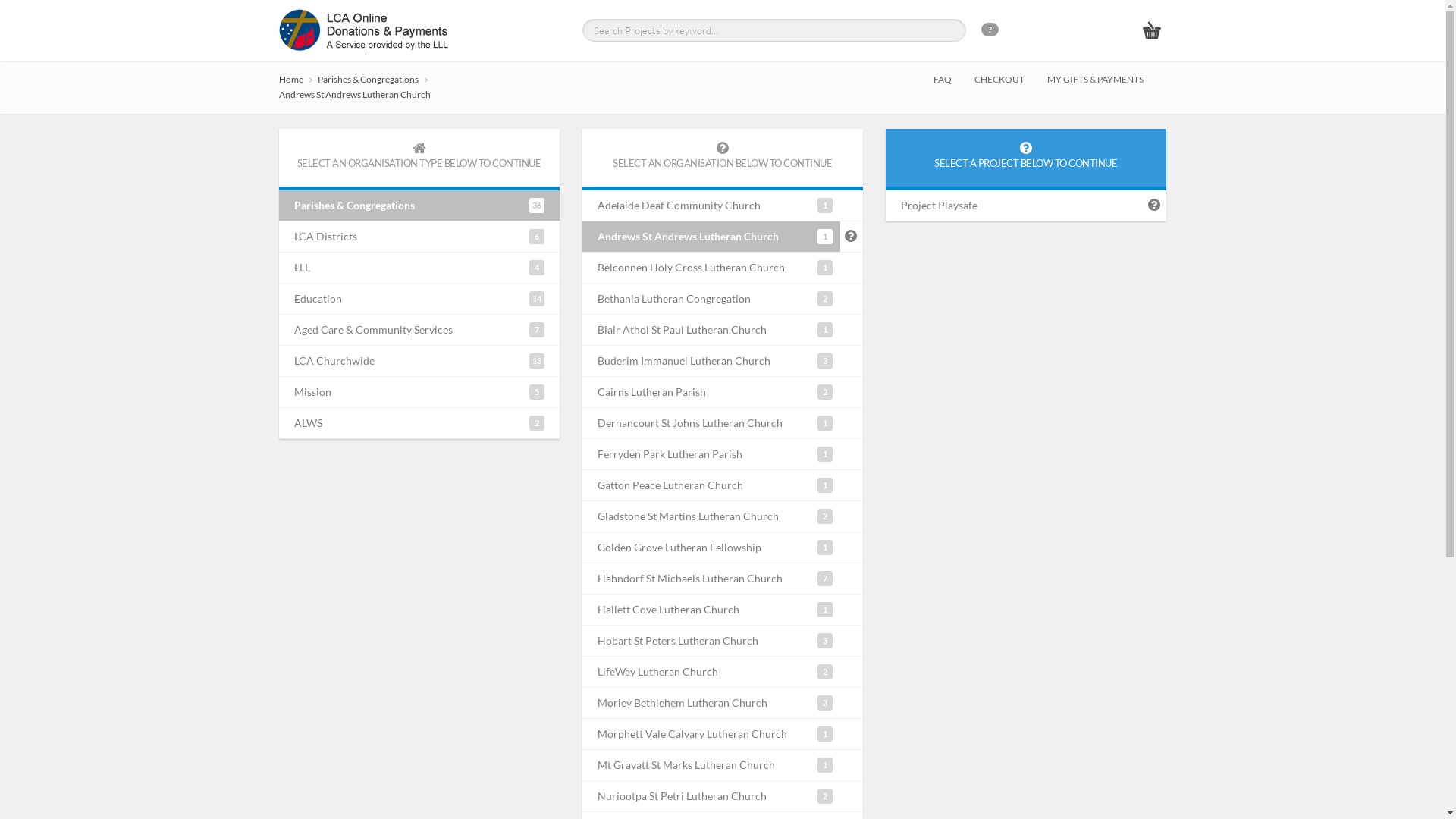  I want to click on '1, so click(710, 267).